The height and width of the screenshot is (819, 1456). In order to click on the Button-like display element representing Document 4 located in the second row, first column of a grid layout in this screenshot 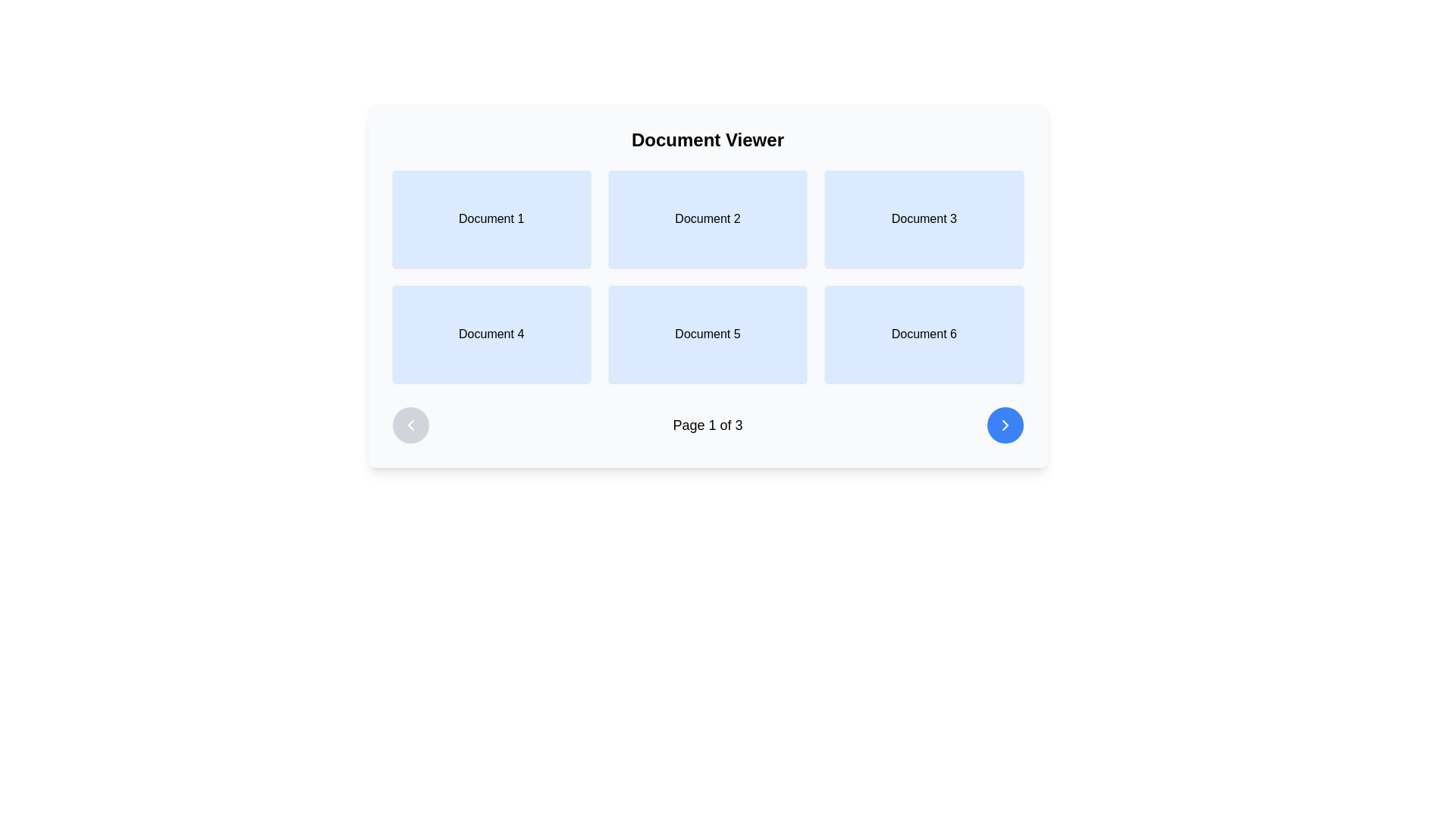, I will do `click(491, 333)`.